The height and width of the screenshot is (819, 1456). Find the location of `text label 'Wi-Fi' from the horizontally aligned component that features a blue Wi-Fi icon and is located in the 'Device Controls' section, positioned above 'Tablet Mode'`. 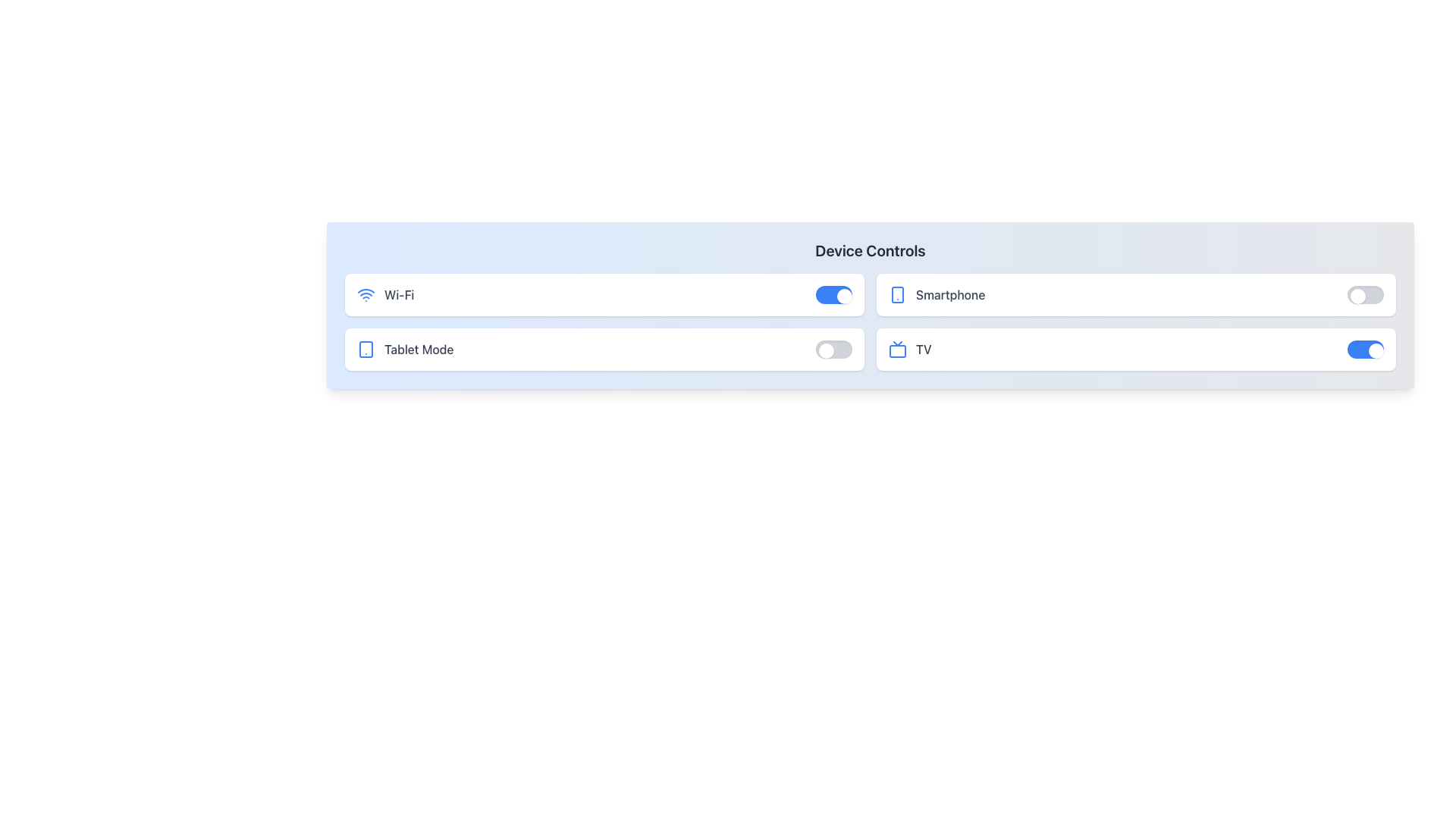

text label 'Wi-Fi' from the horizontally aligned component that features a blue Wi-Fi icon and is located in the 'Device Controls' section, positioned above 'Tablet Mode' is located at coordinates (385, 295).